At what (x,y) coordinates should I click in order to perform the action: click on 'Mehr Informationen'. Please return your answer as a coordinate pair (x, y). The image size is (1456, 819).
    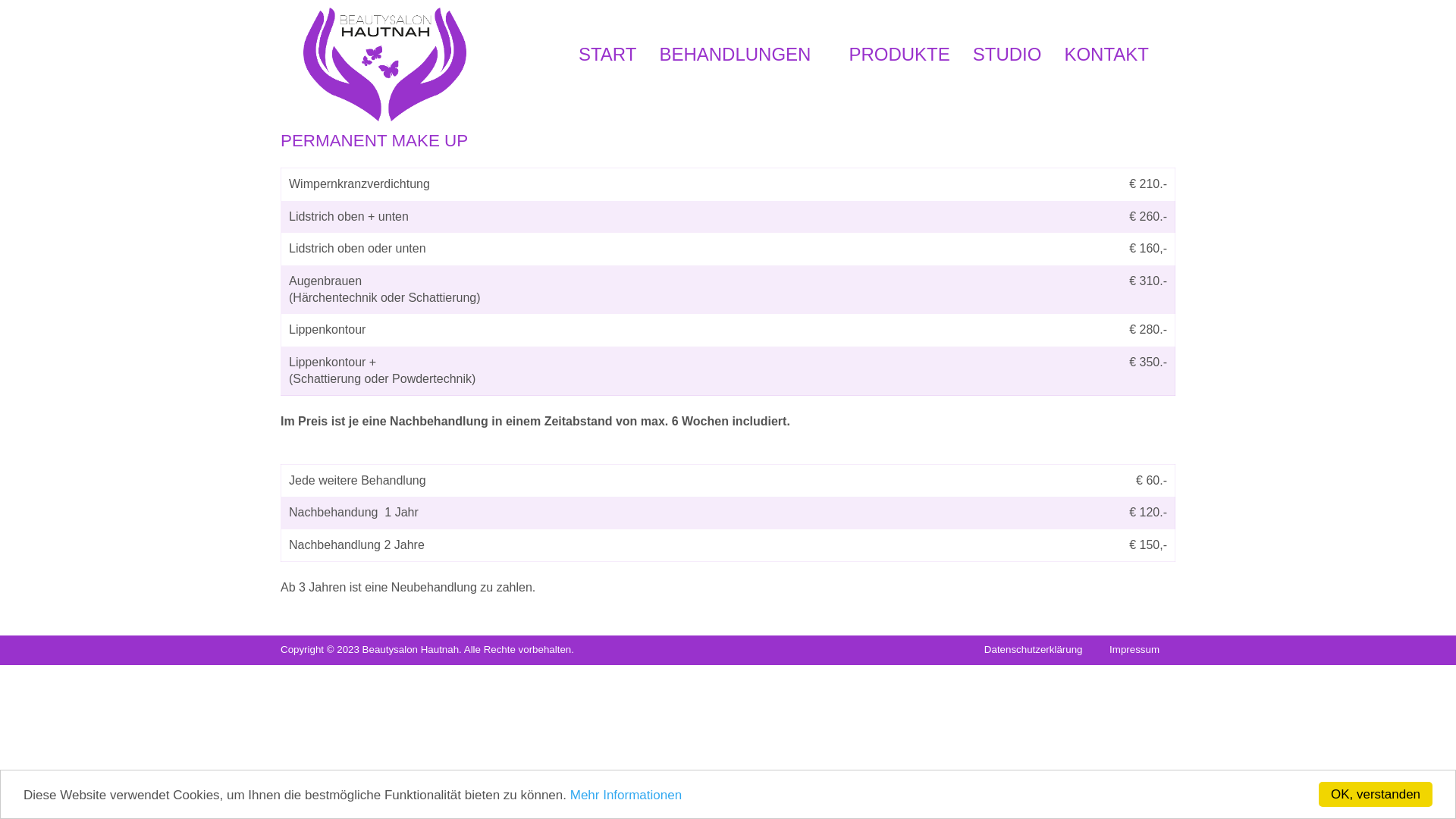
    Looking at the image, I should click on (570, 793).